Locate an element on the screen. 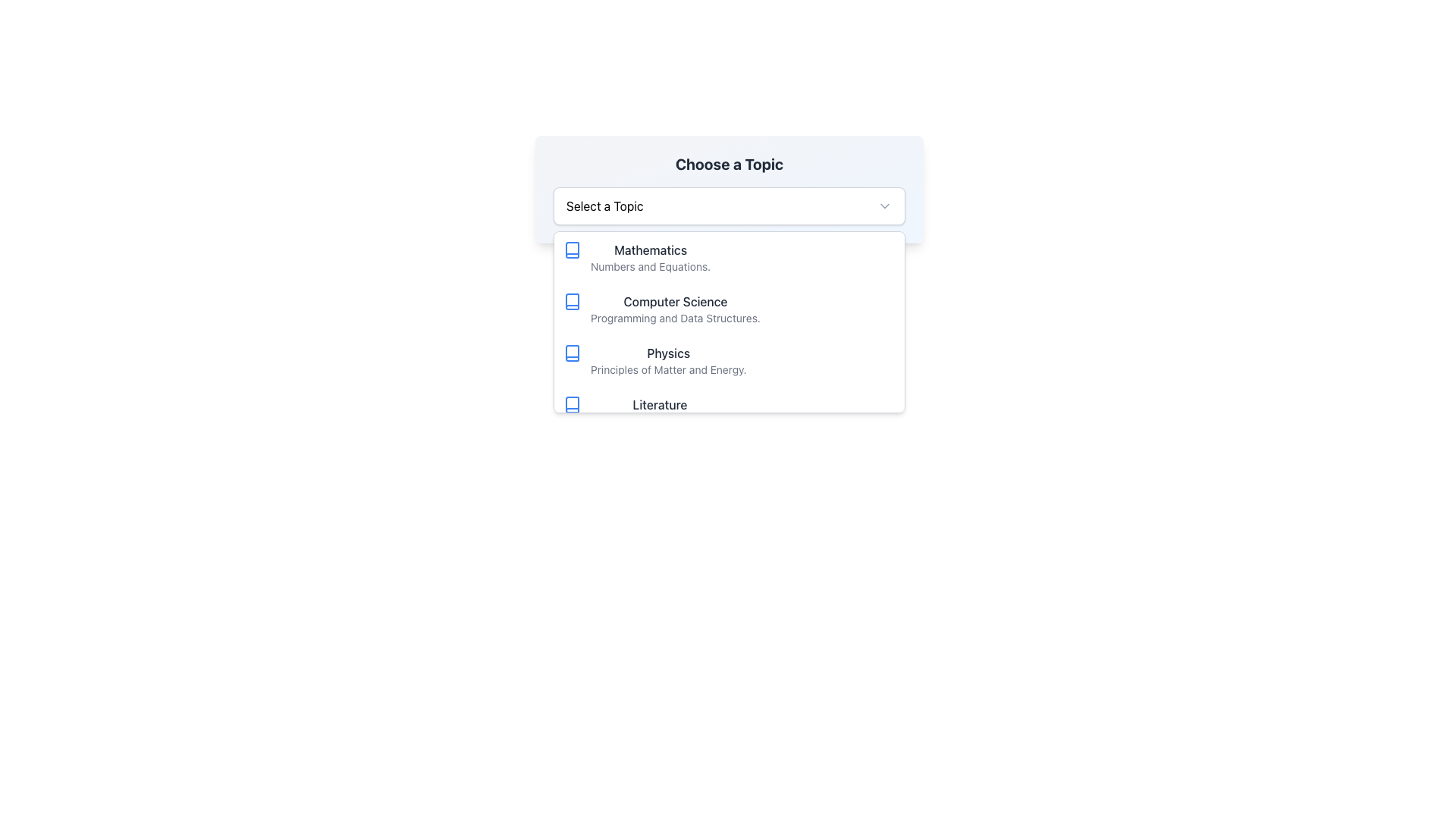  the 'Computer Science and Data Structures' dropdown list item, which is the third option in the dropdown menu located centrally below the 'Select a Topic' dropdown is located at coordinates (729, 321).